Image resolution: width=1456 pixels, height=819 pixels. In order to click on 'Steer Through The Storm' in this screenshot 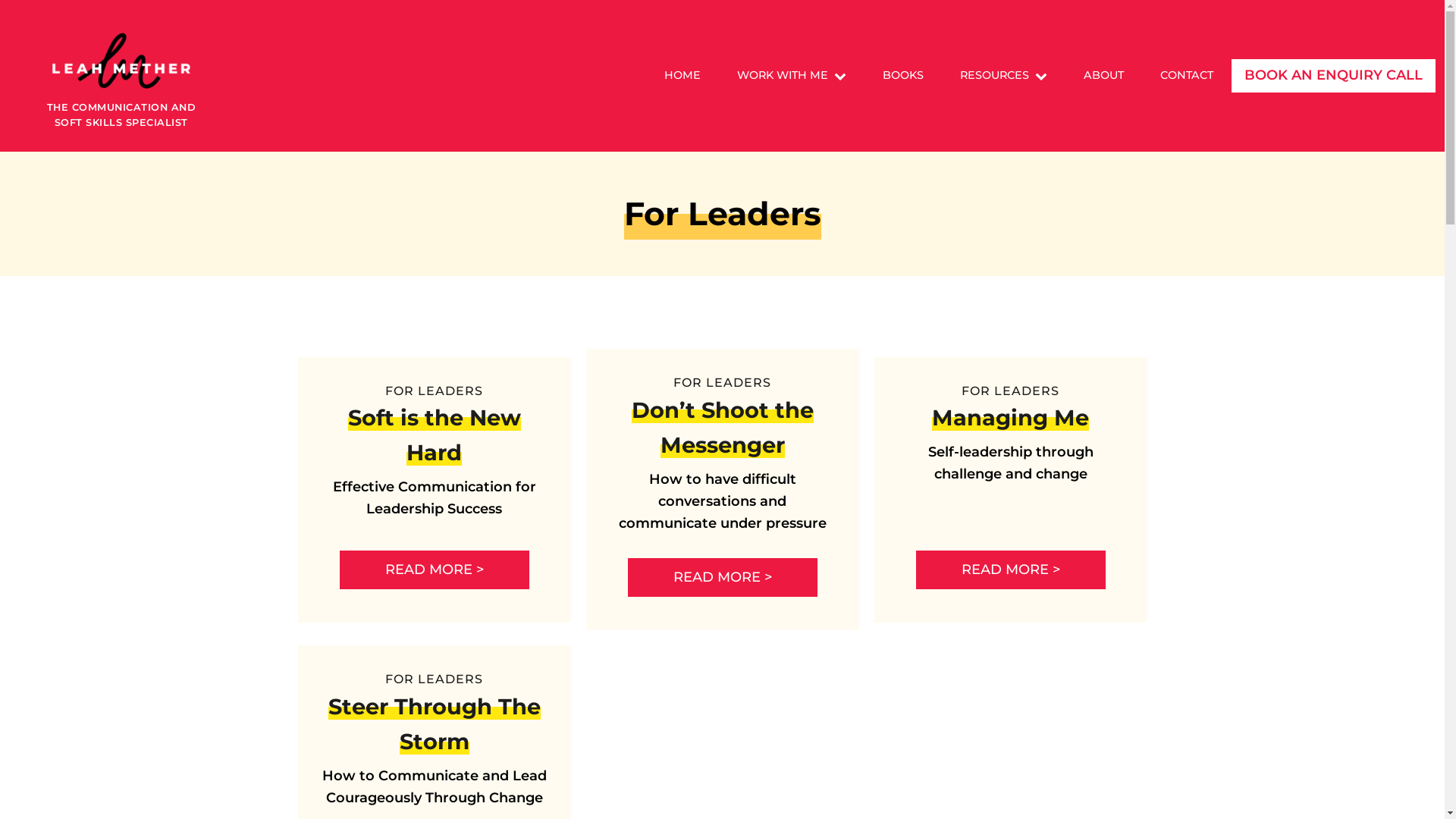, I will do `click(432, 723)`.